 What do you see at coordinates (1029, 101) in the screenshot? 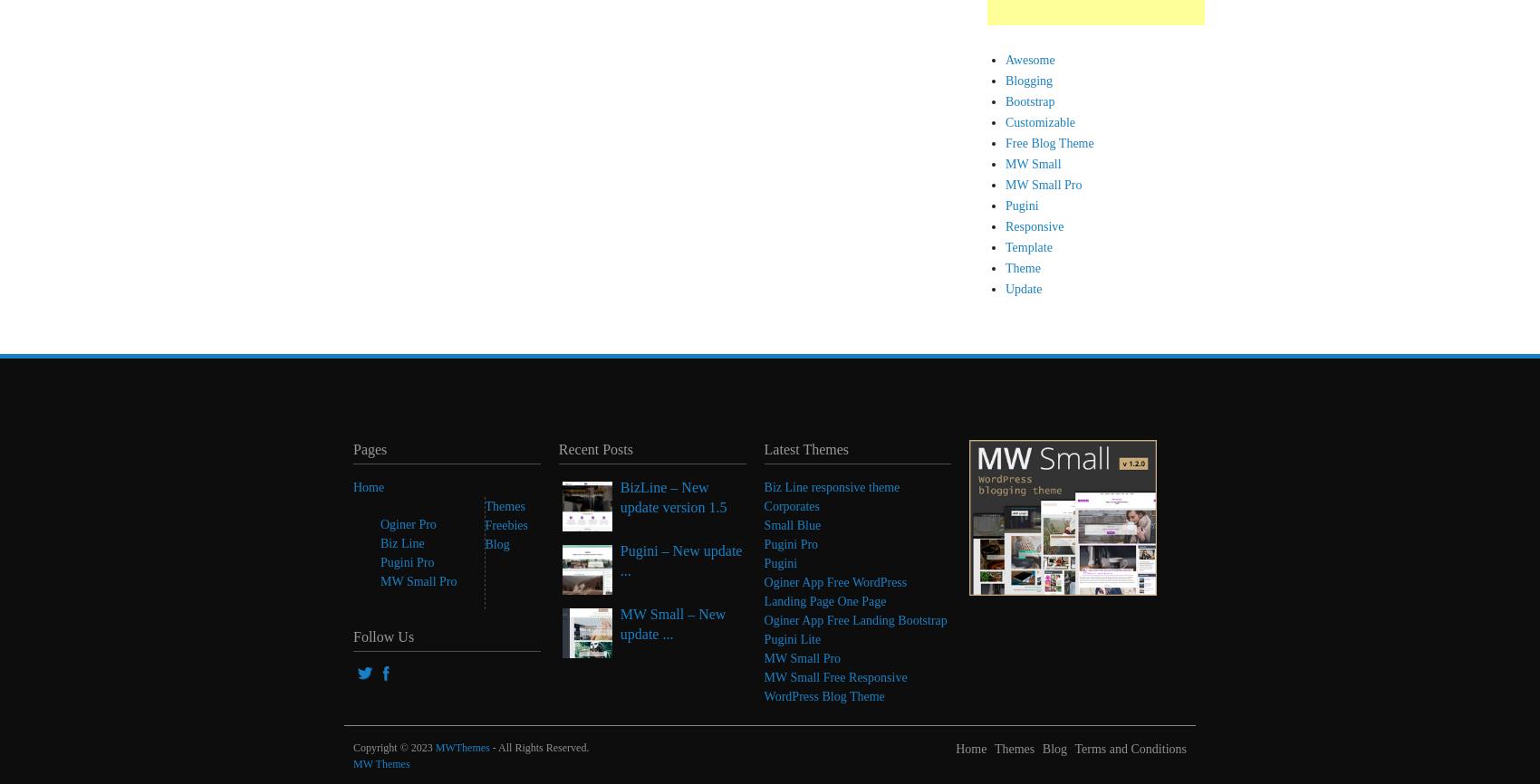
I see `'Bootstrap'` at bounding box center [1029, 101].